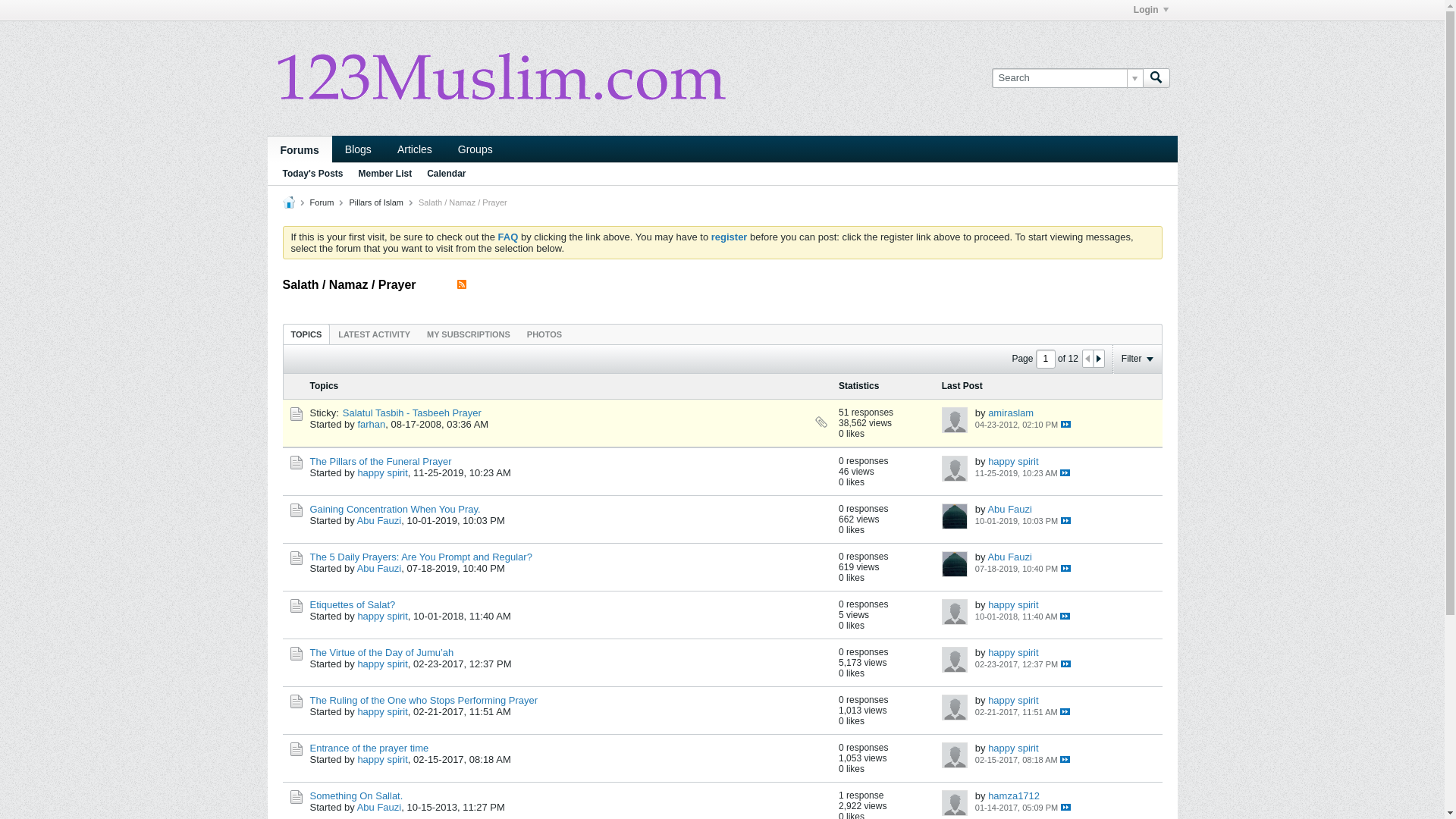 The image size is (1456, 819). I want to click on 'hamza1712', so click(1014, 795).